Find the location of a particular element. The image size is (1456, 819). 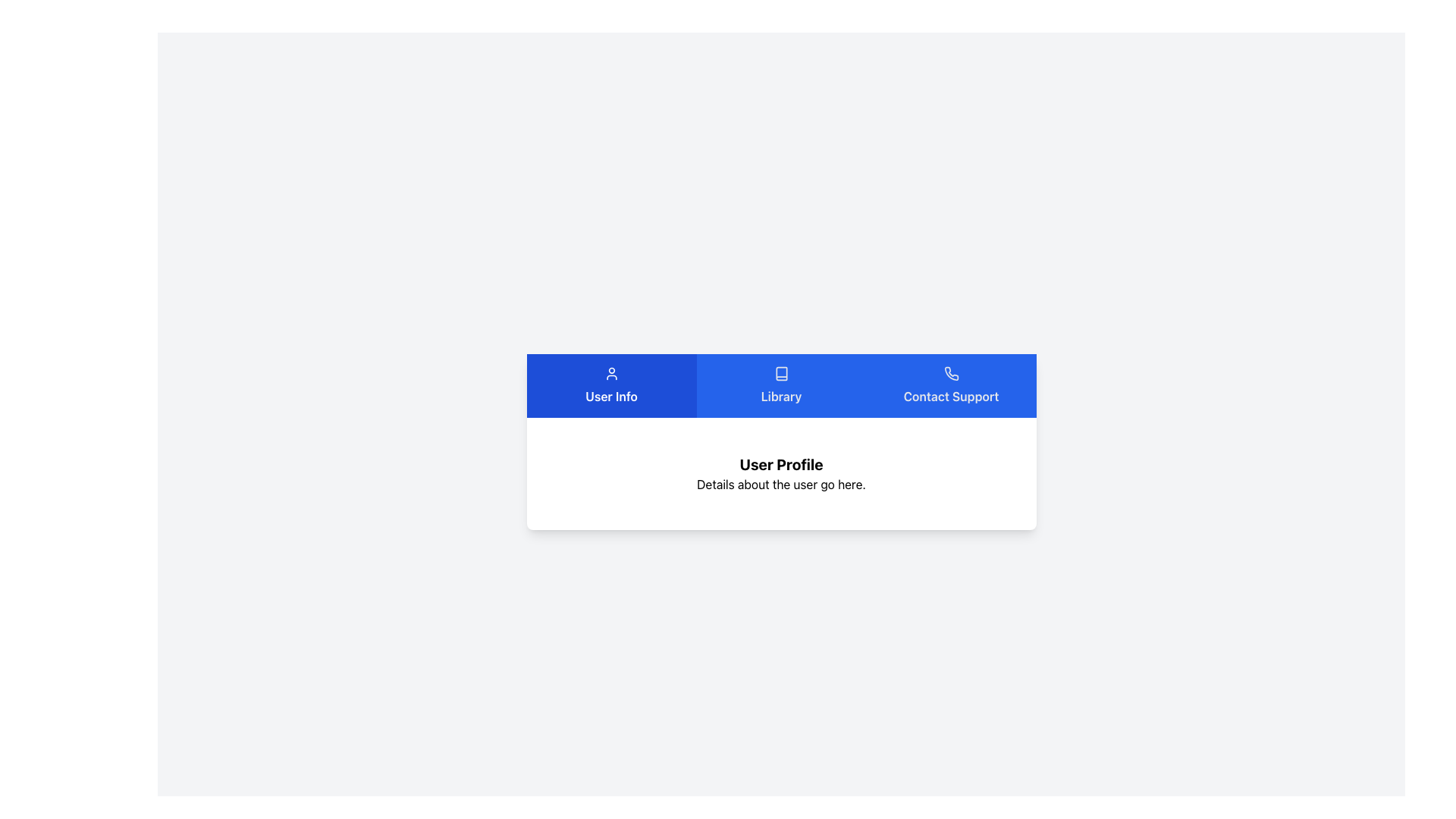

the 'Contact Support' button with a telephone icon in the top navigation bar is located at coordinates (950, 385).